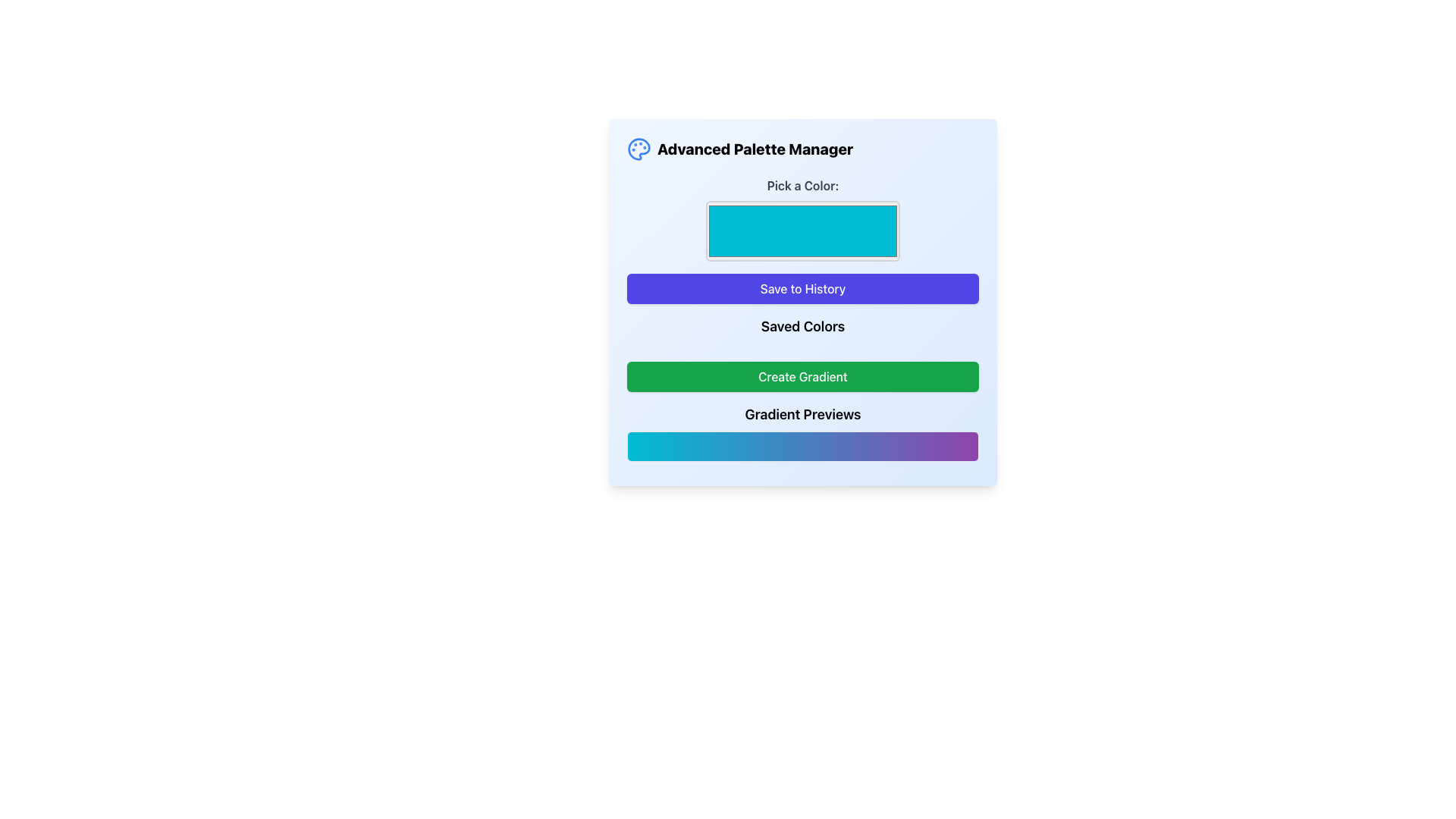  Describe the element at coordinates (740, 149) in the screenshot. I see `the header with icon and text indicating palette management` at that location.